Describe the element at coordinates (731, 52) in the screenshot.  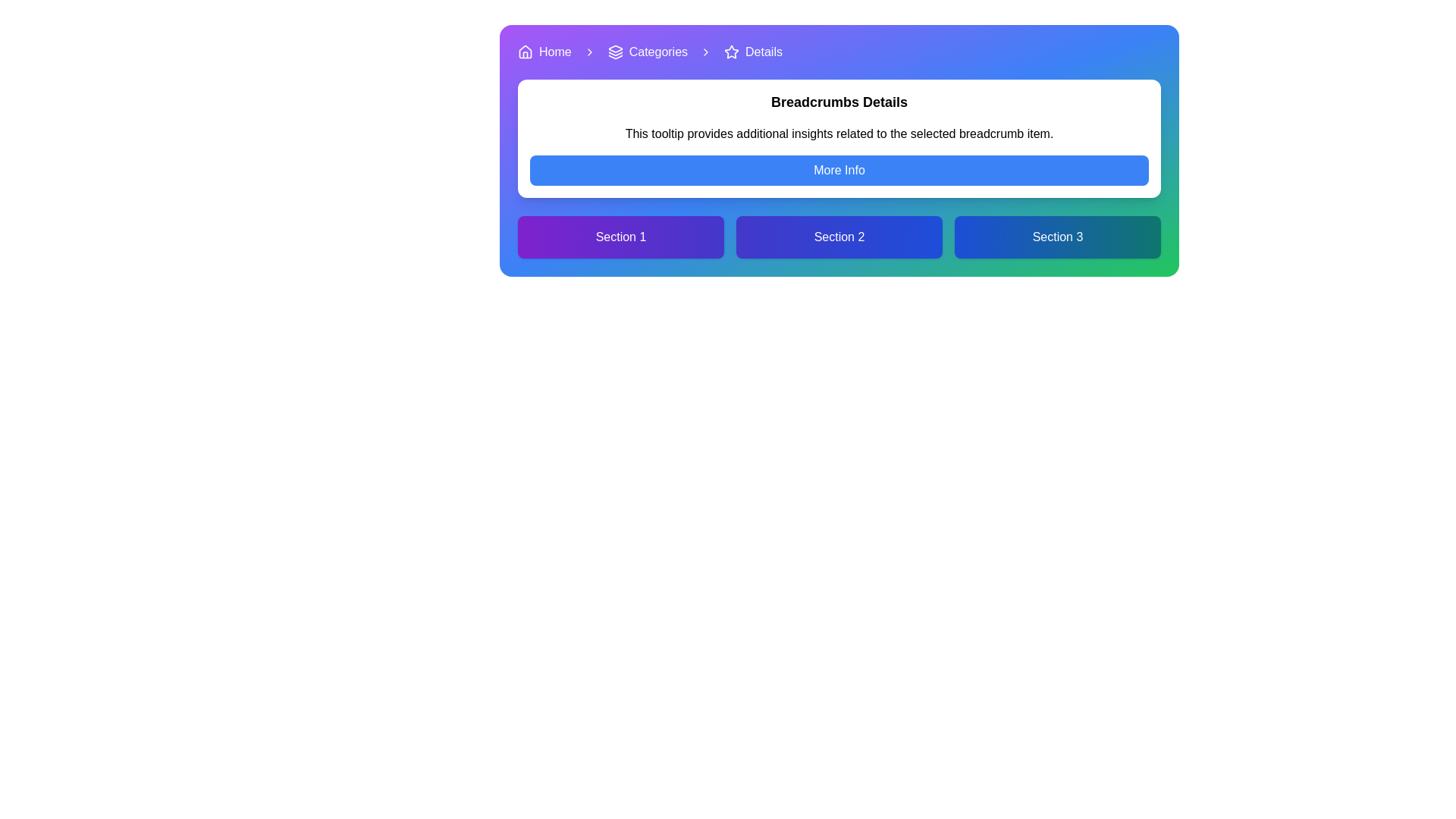
I see `the star-shaped icon located just left of the text 'Details' in the breadcrumb navigation` at that location.